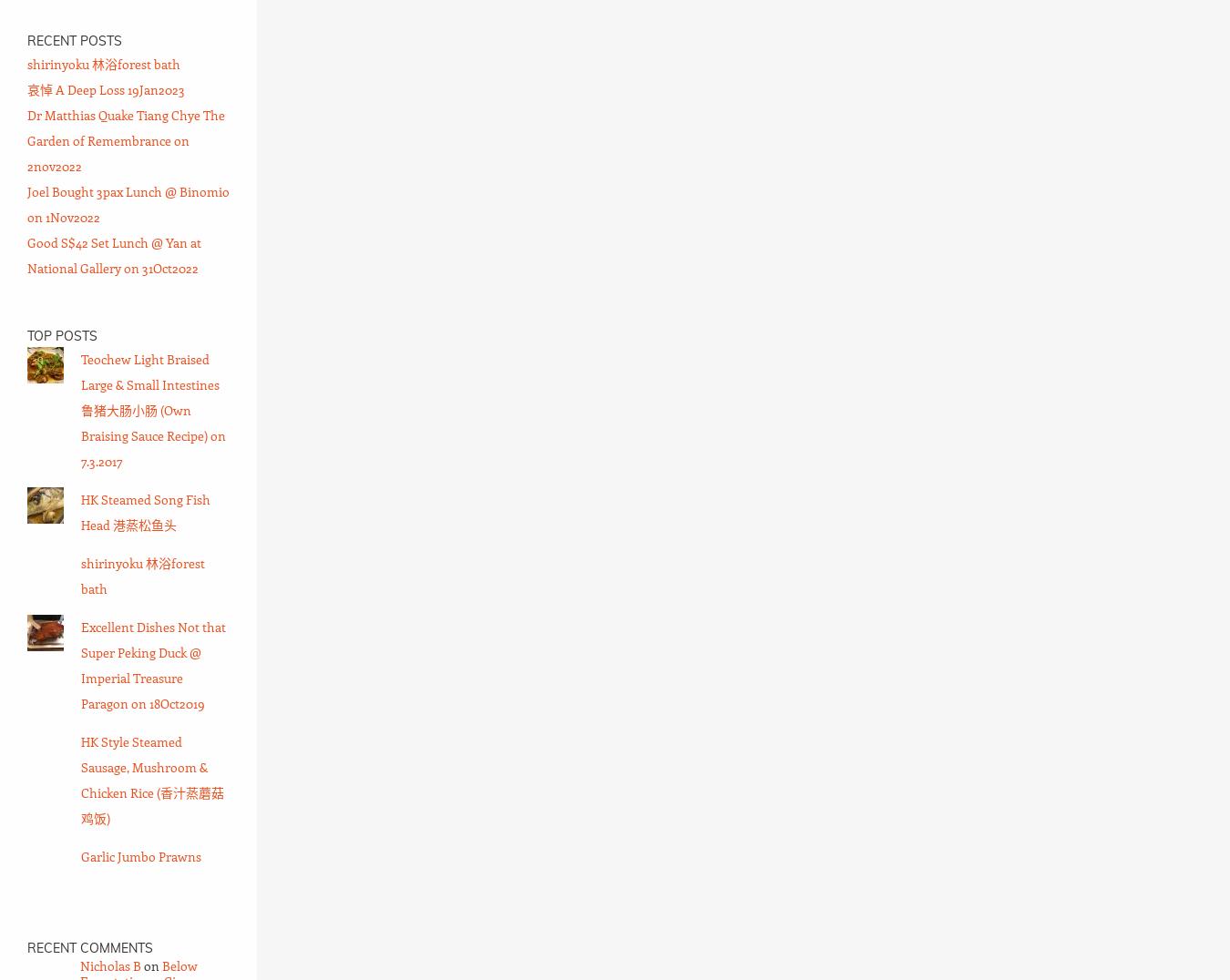 Image resolution: width=1230 pixels, height=980 pixels. Describe the element at coordinates (151, 965) in the screenshot. I see `'on'` at that location.